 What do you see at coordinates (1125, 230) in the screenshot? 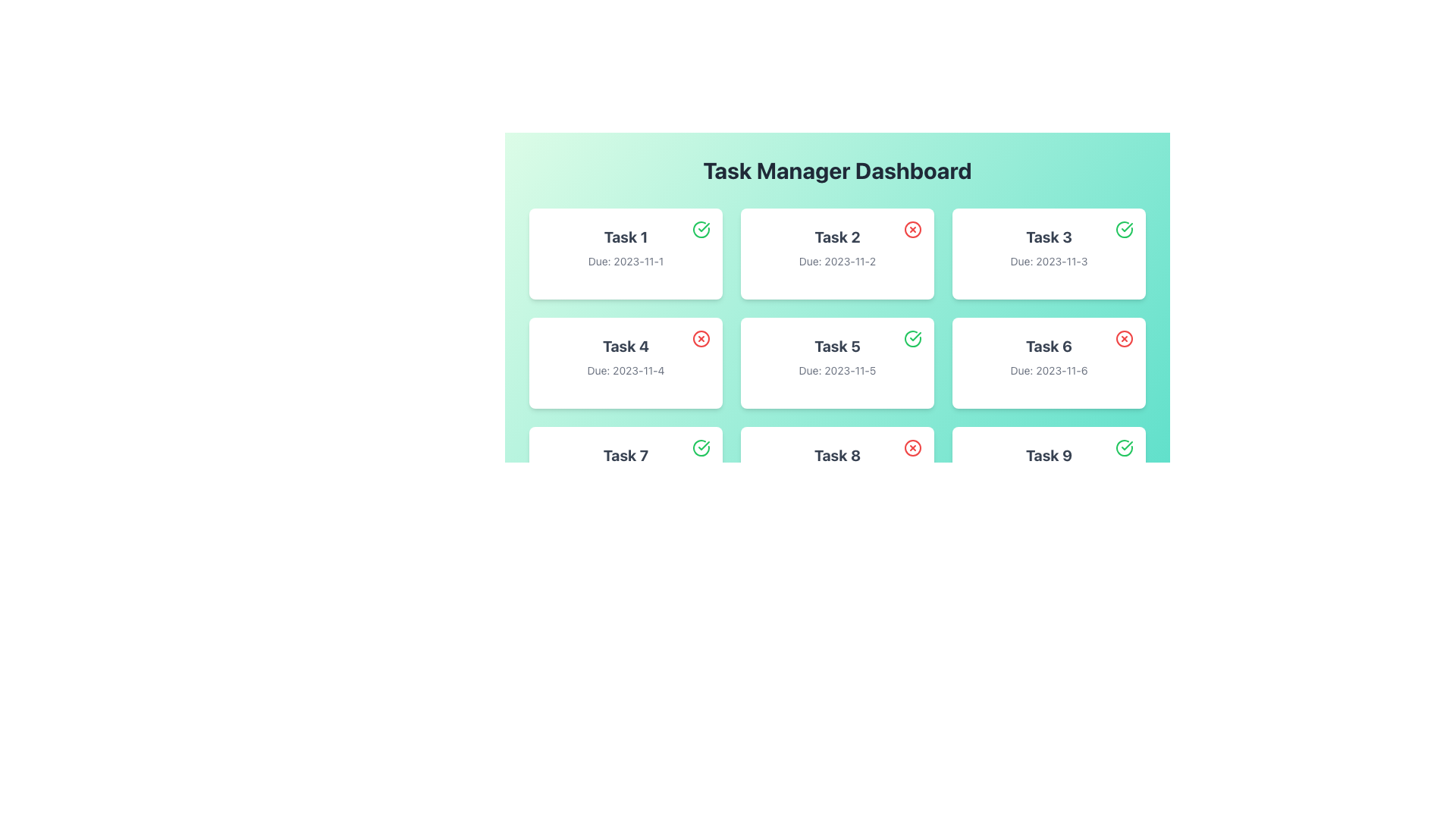
I see `the compact green circular icon with a white check mark located in the top-right corner of the 'Task 3' card` at bounding box center [1125, 230].